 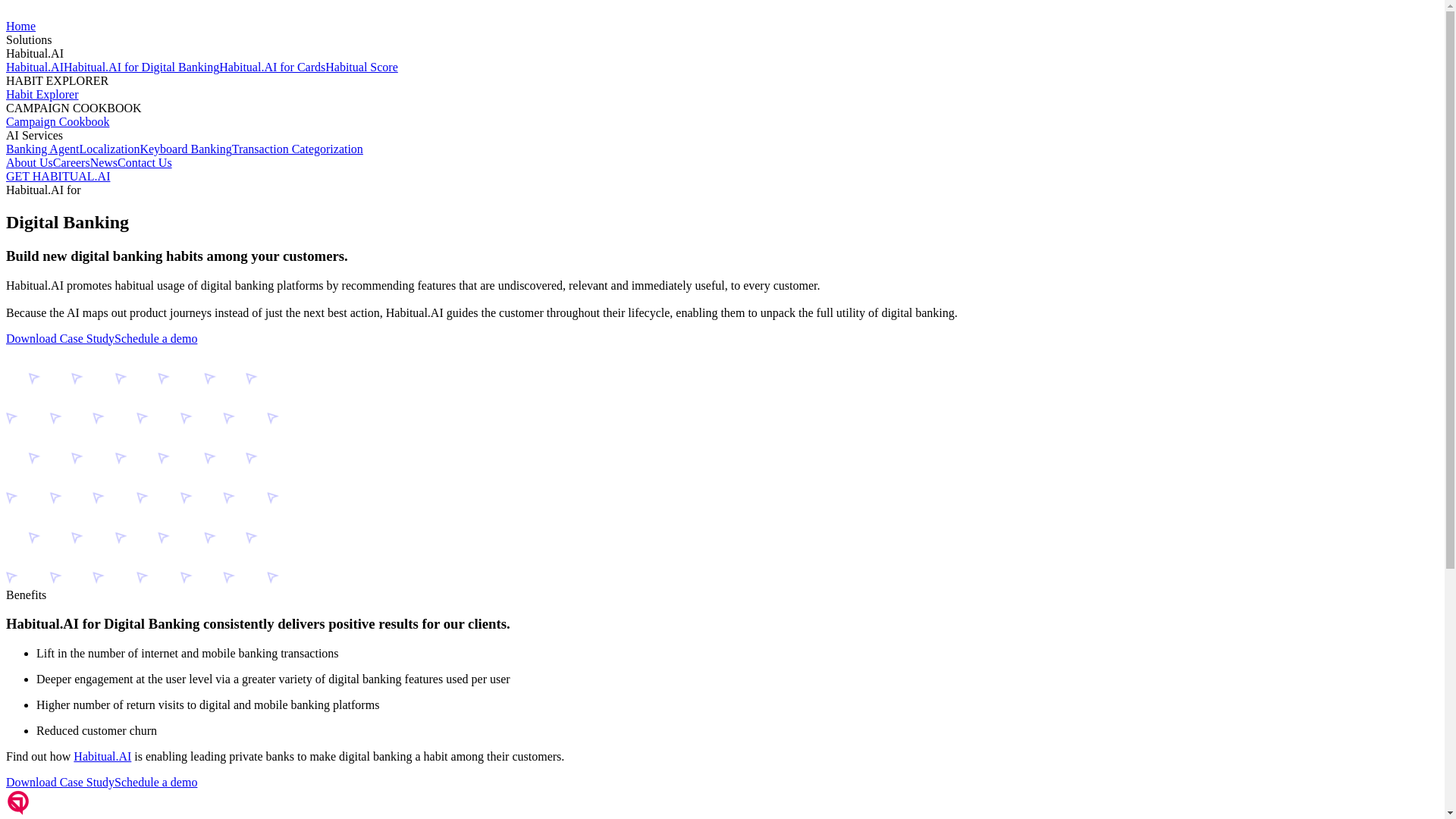 What do you see at coordinates (58, 121) in the screenshot?
I see `'Campaign Cookbook'` at bounding box center [58, 121].